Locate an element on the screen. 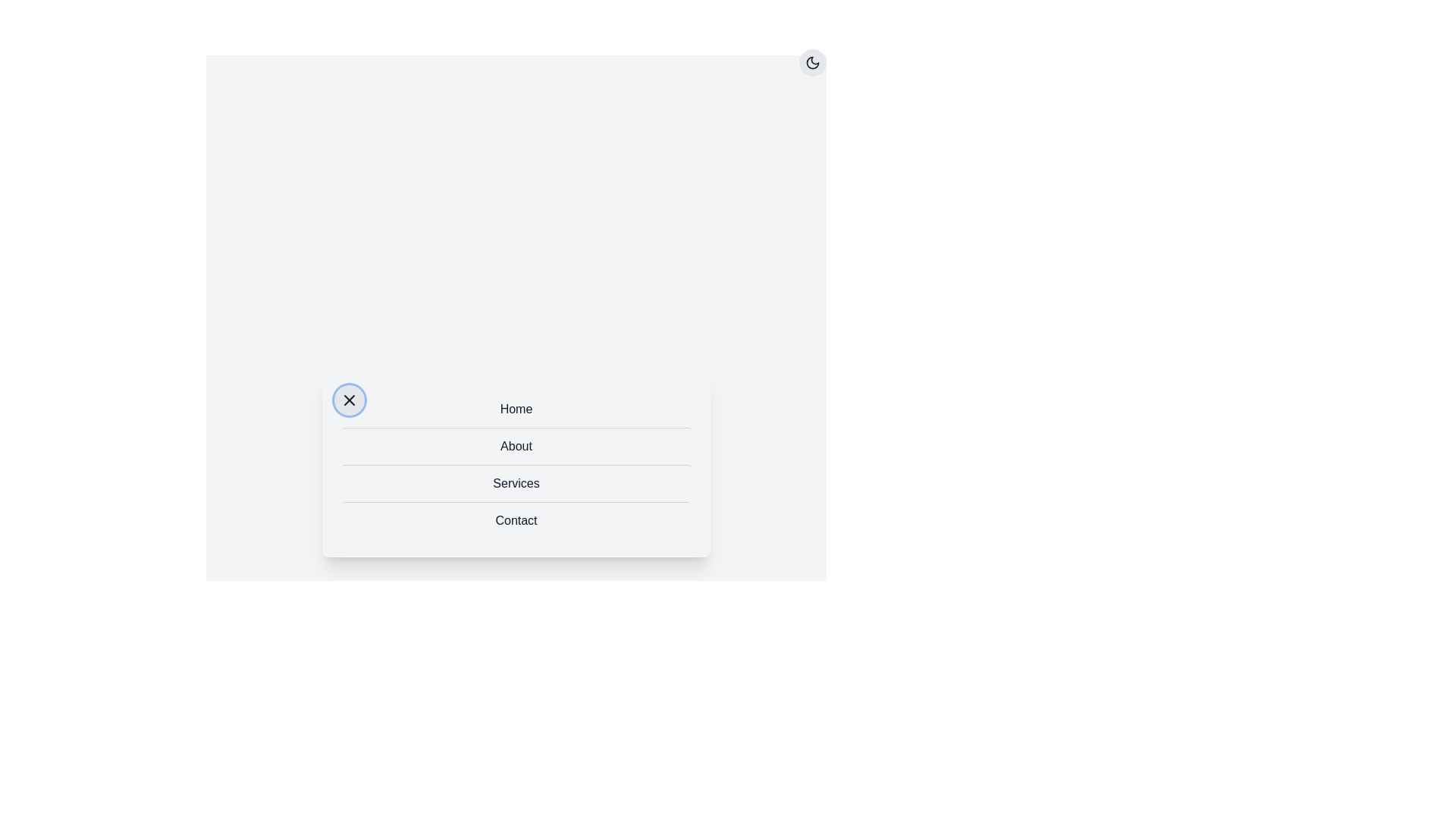 This screenshot has height=819, width=1456. the menu item Services by hovering over it is located at coordinates (516, 482).